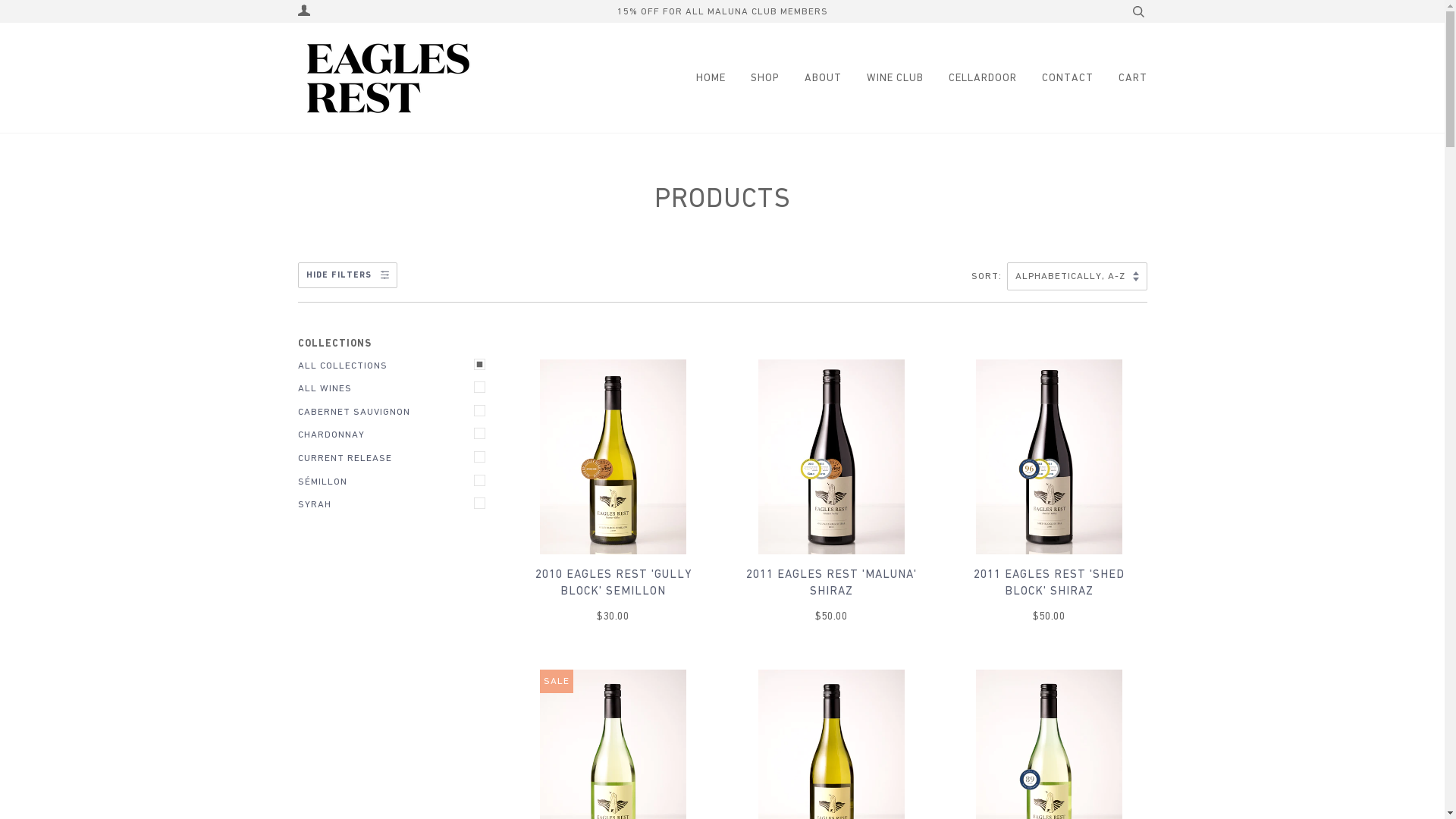 The height and width of the screenshot is (819, 1456). Describe the element at coordinates (346, 275) in the screenshot. I see `'HIDE FILTERS'` at that location.